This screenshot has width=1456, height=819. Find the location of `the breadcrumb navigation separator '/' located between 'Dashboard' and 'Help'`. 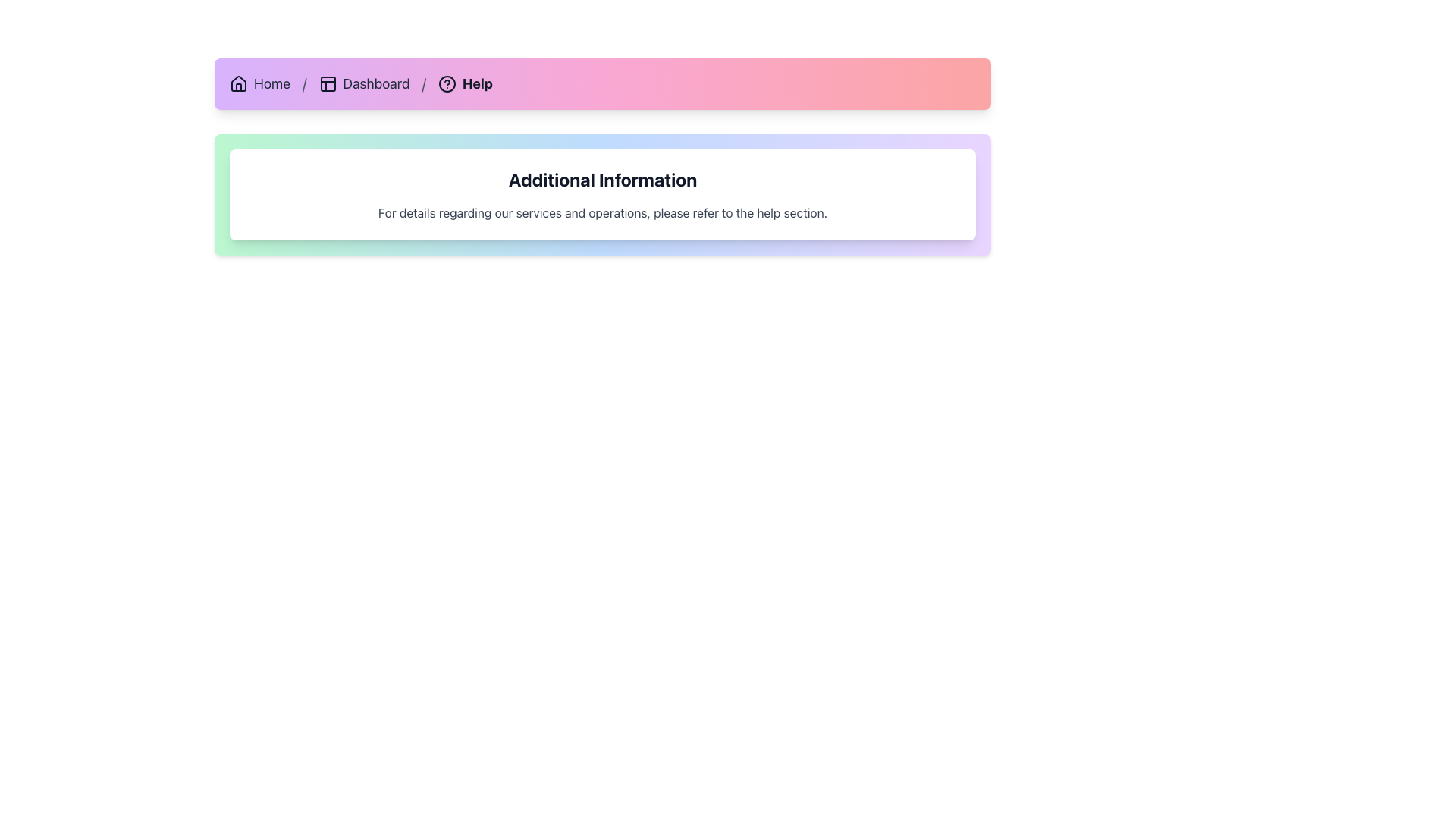

the breadcrumb navigation separator '/' located between 'Dashboard' and 'Help' is located at coordinates (424, 84).